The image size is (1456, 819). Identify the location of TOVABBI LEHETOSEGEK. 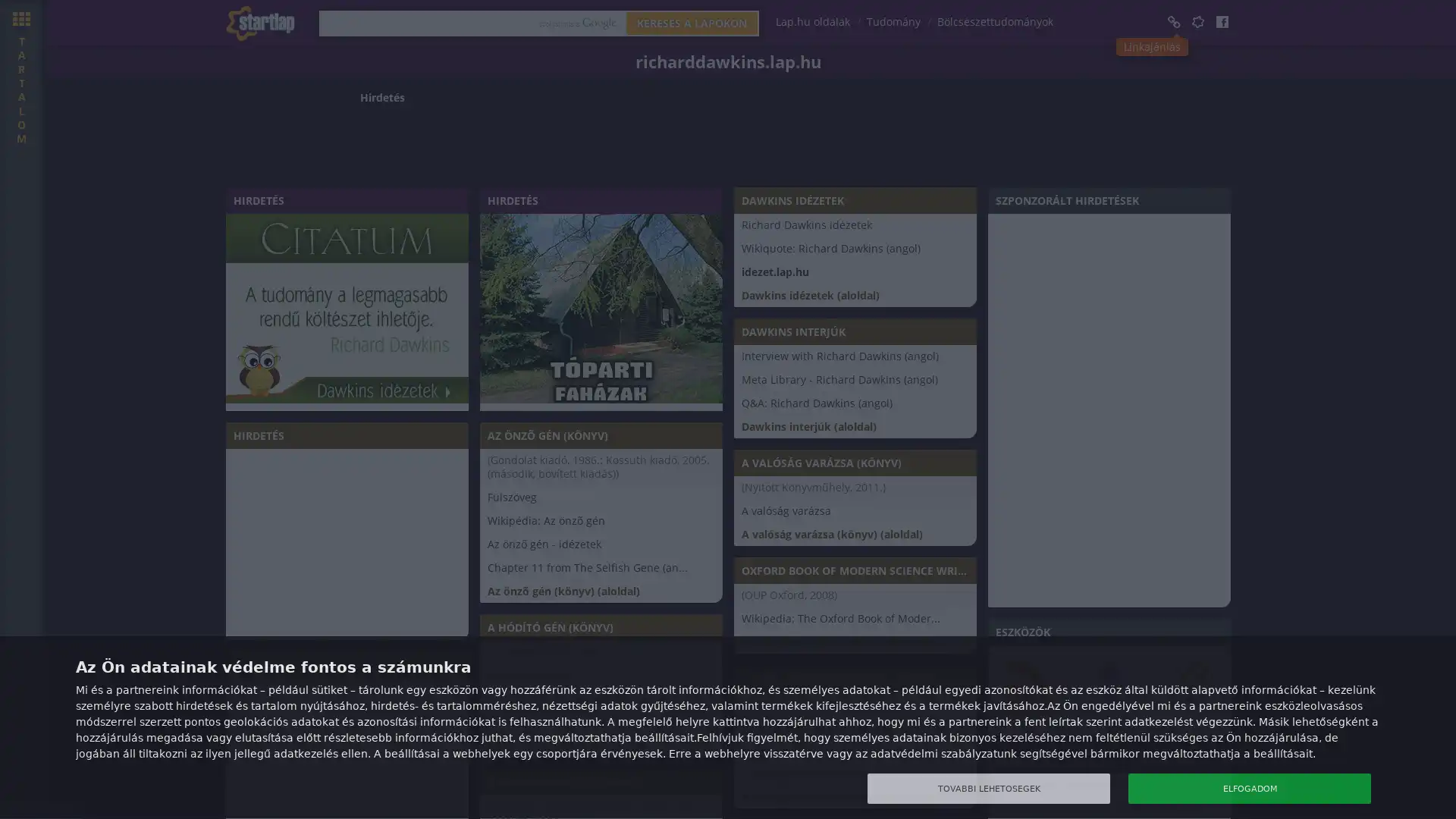
(989, 788).